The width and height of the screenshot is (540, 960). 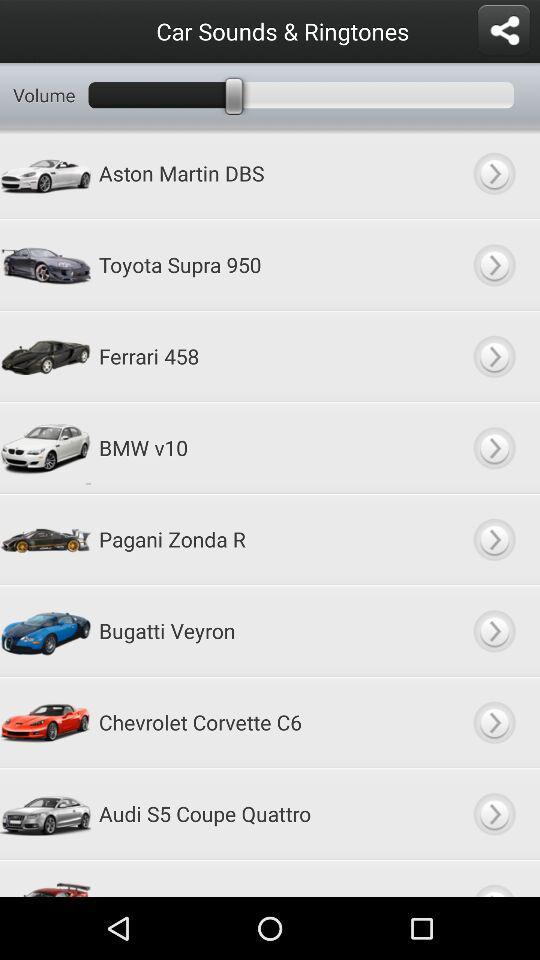 What do you see at coordinates (493, 629) in the screenshot?
I see `to go previous` at bounding box center [493, 629].